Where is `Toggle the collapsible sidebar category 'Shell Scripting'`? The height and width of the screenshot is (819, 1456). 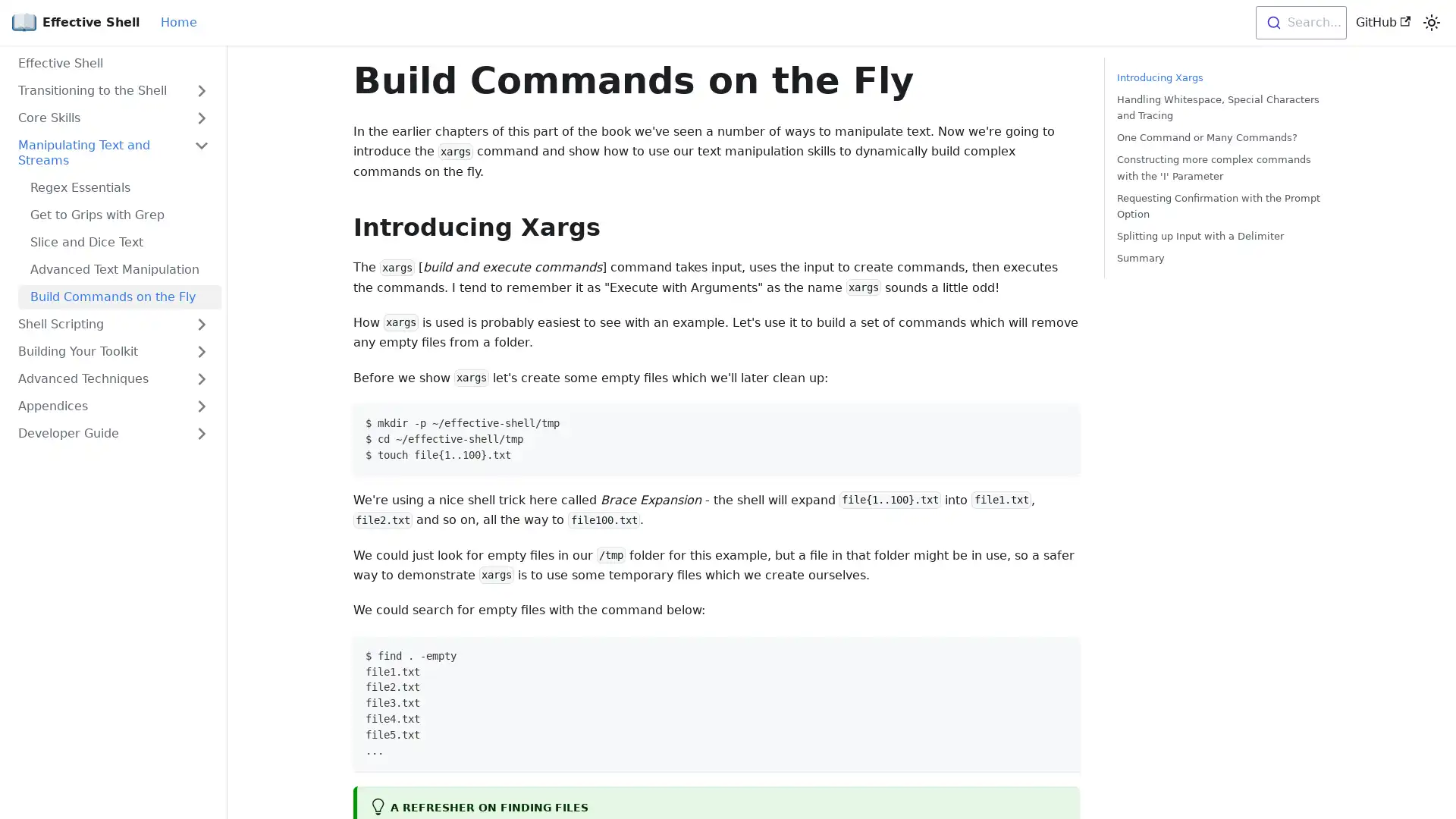
Toggle the collapsible sidebar category 'Shell Scripting' is located at coordinates (200, 324).